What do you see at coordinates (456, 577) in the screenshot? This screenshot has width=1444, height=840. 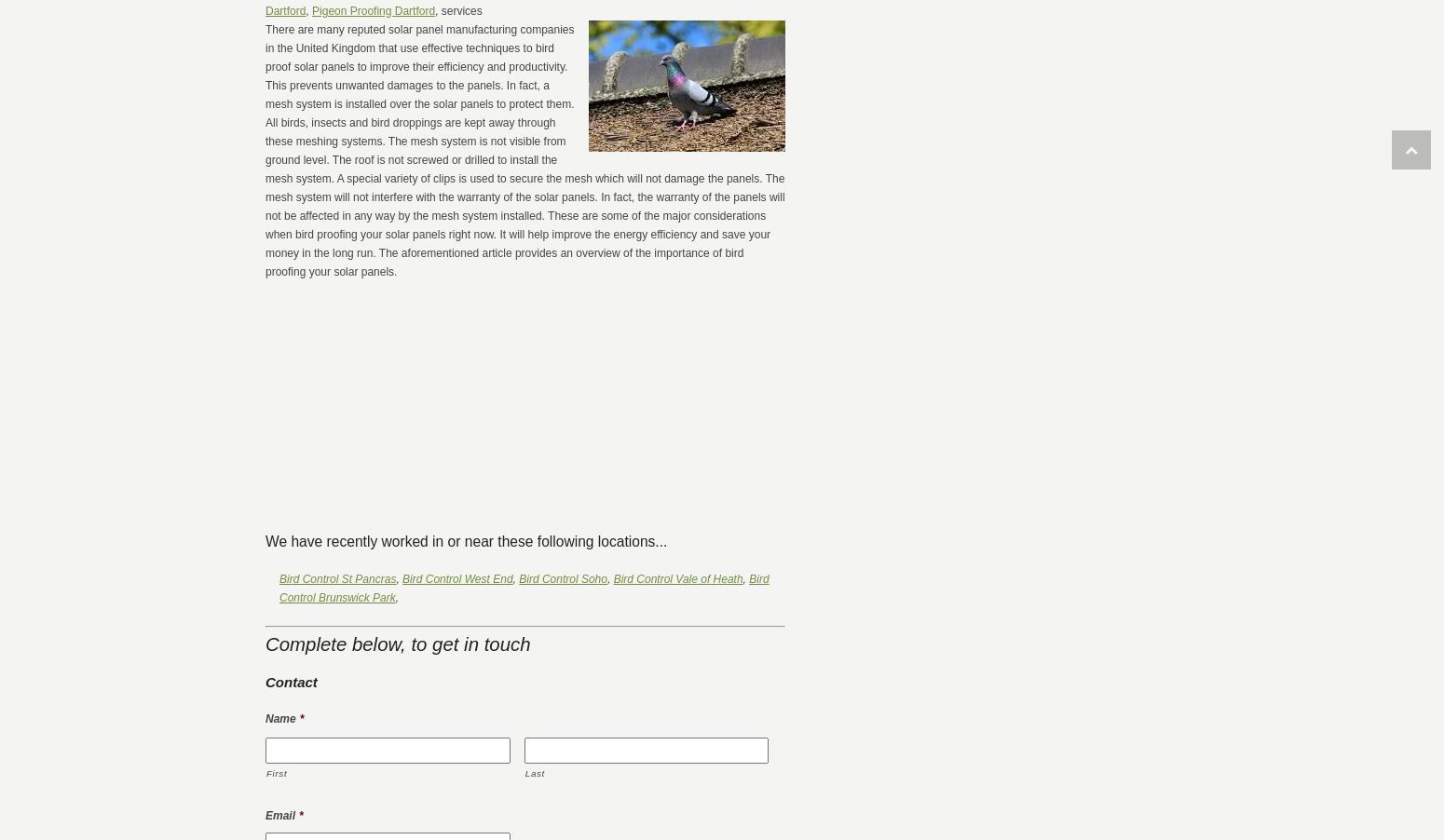 I see `'Bird Control West End'` at bounding box center [456, 577].